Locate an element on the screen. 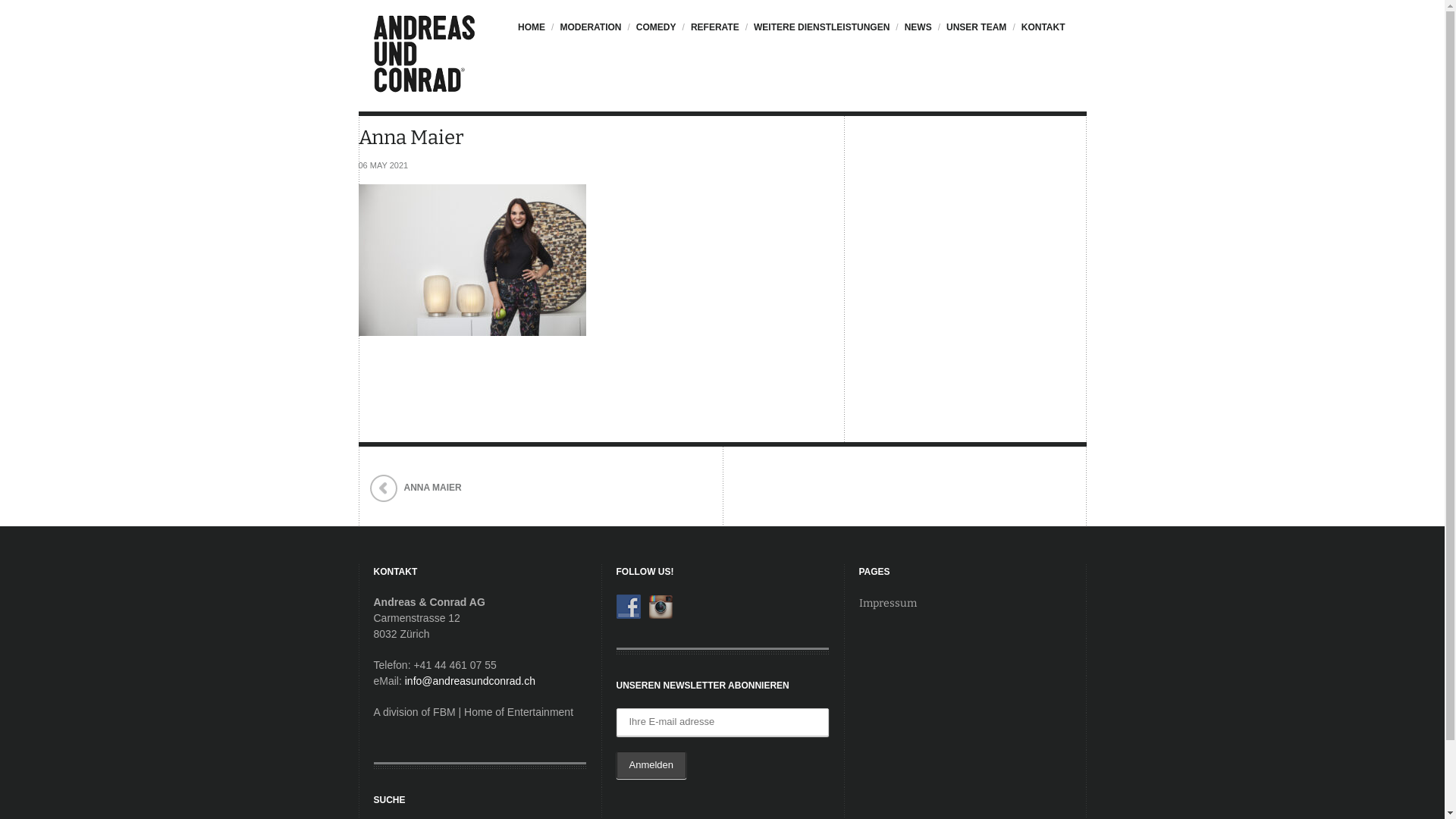  'KONTAKT' is located at coordinates (1040, 34).